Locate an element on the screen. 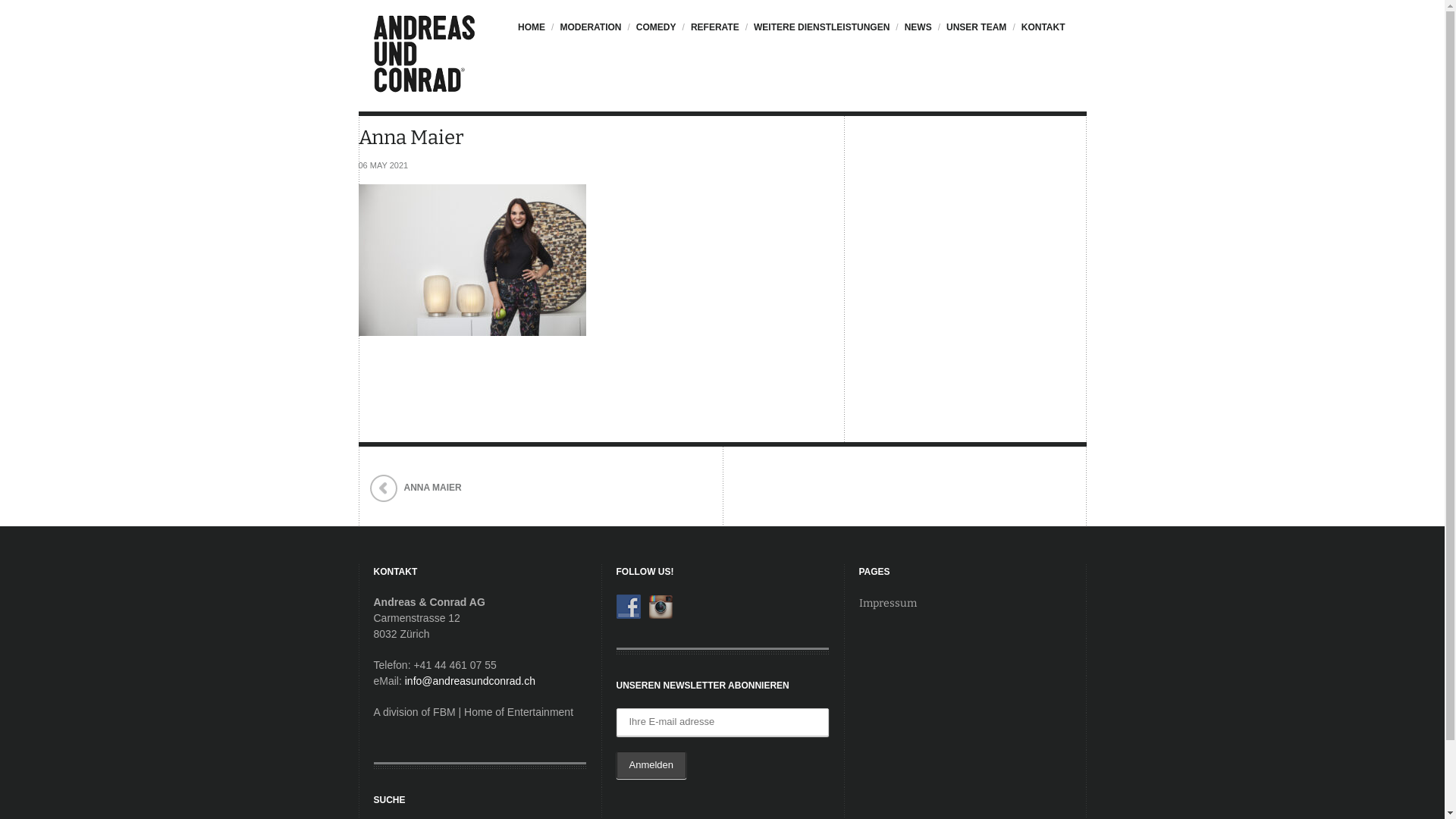  'KONTAKT' is located at coordinates (1040, 34).